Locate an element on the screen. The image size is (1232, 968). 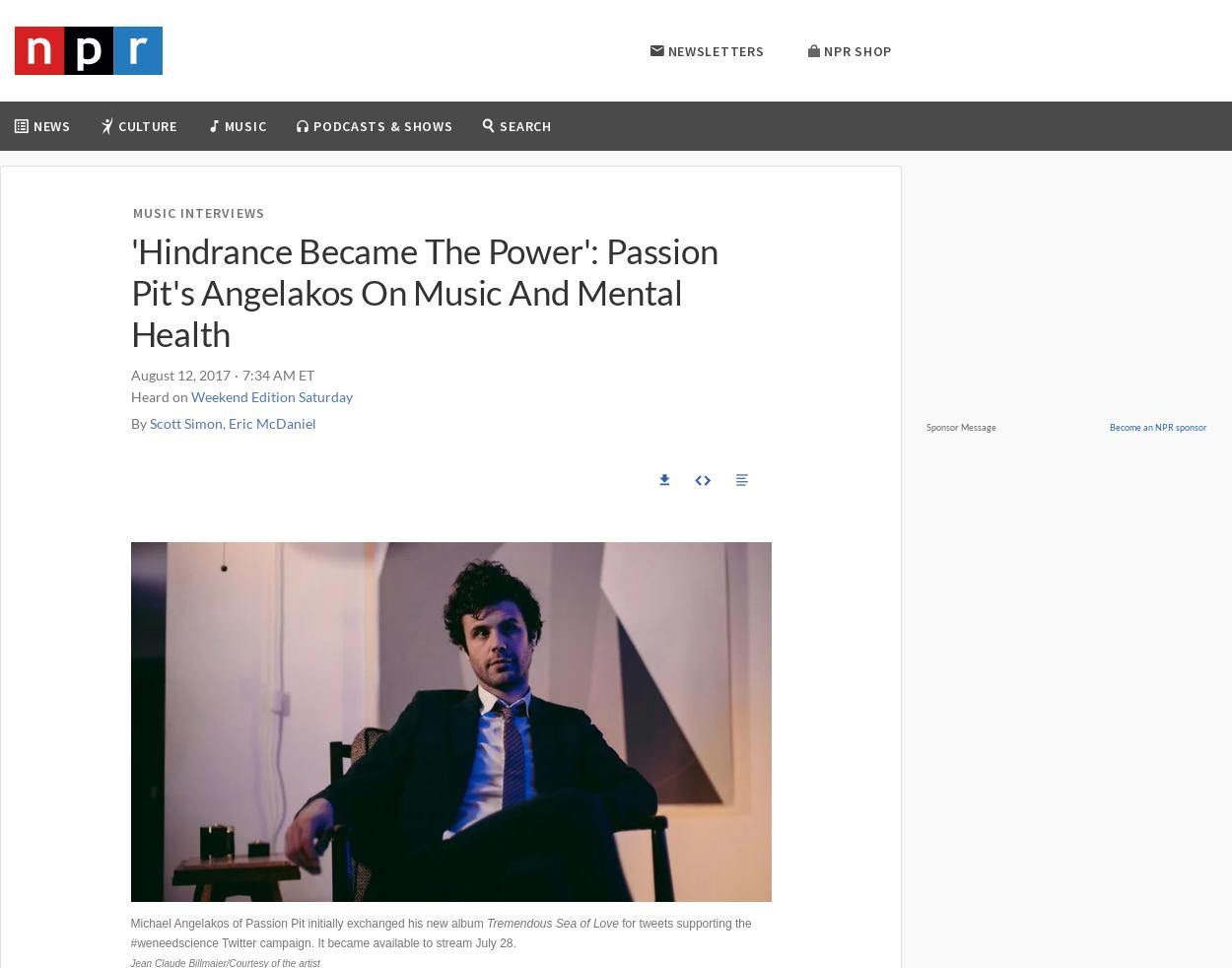
'Podcasts & Shows' is located at coordinates (382, 124).